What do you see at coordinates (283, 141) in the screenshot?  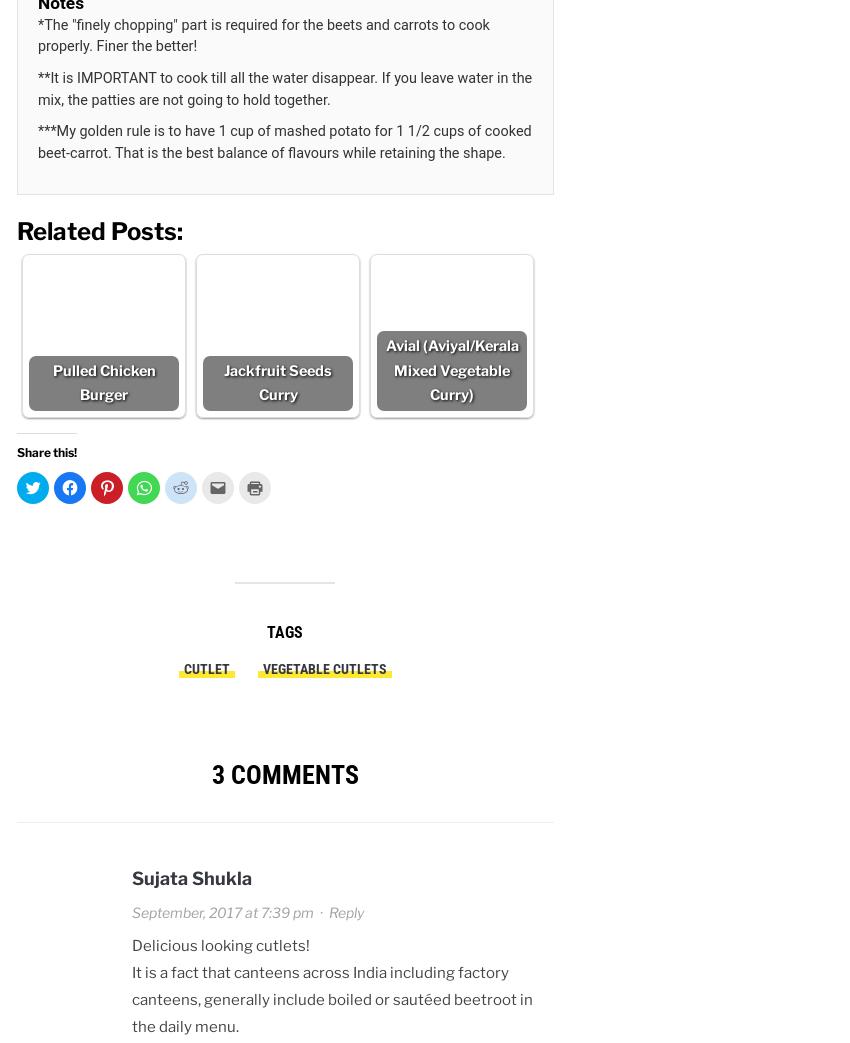 I see `'***My golden rule is to have 1 cup of mashed potato for 1 1/2 cups of cooked beet-carrot. That is the best balance of flavours while retaining the shape.'` at bounding box center [283, 141].